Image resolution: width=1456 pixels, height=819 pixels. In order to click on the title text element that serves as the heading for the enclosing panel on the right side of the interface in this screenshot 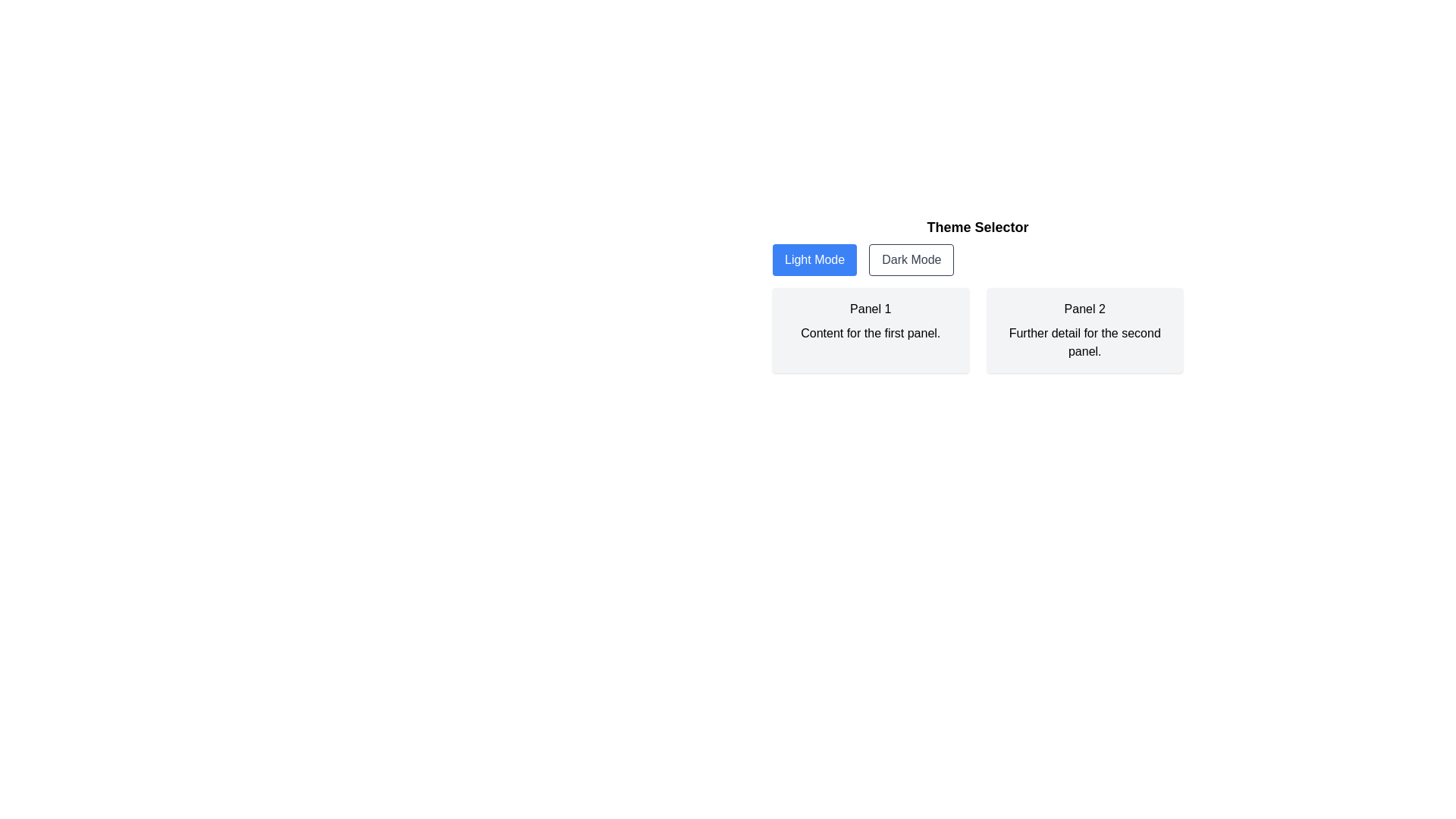, I will do `click(1084, 309)`.